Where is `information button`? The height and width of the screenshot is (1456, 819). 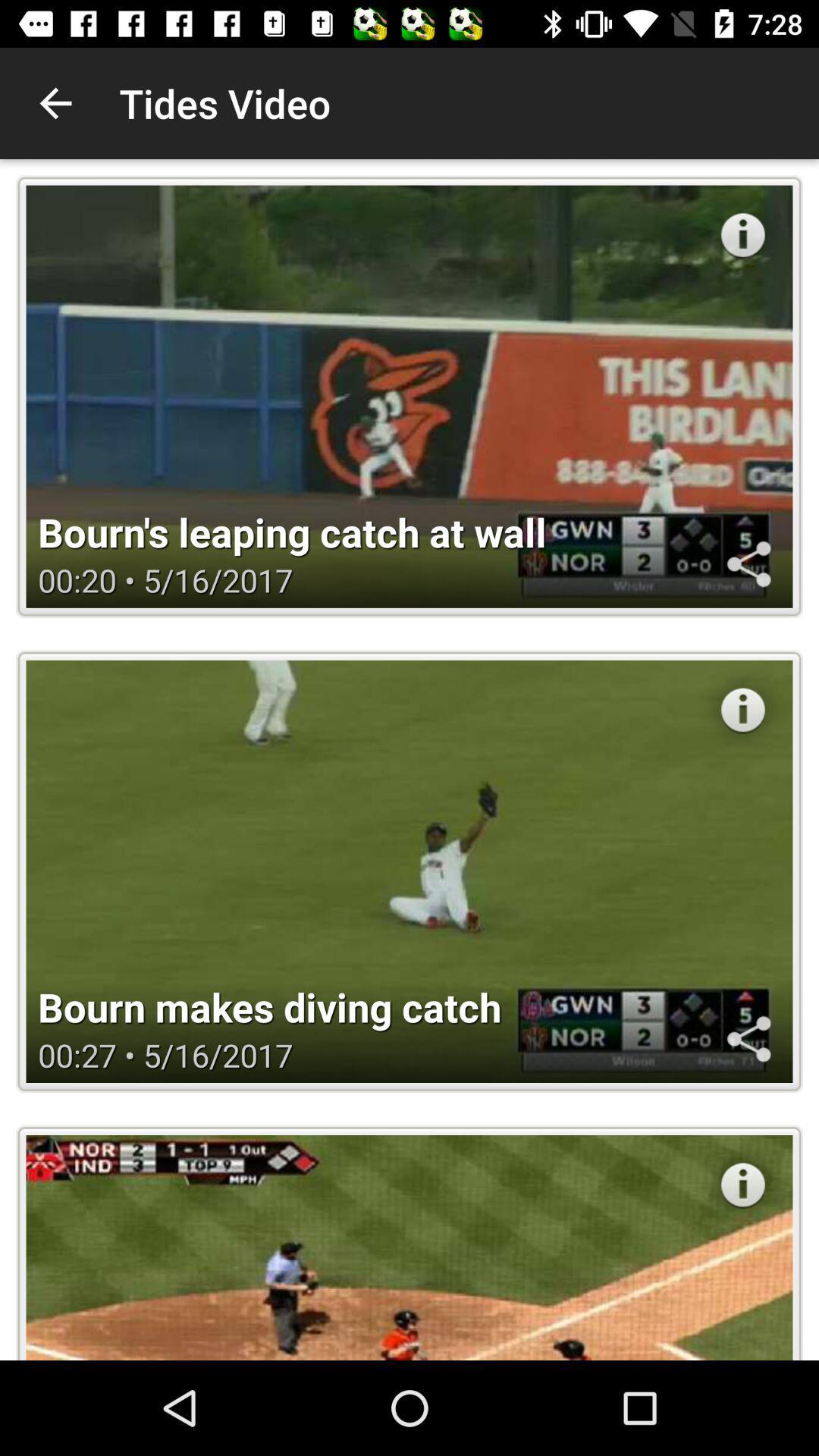 information button is located at coordinates (742, 234).